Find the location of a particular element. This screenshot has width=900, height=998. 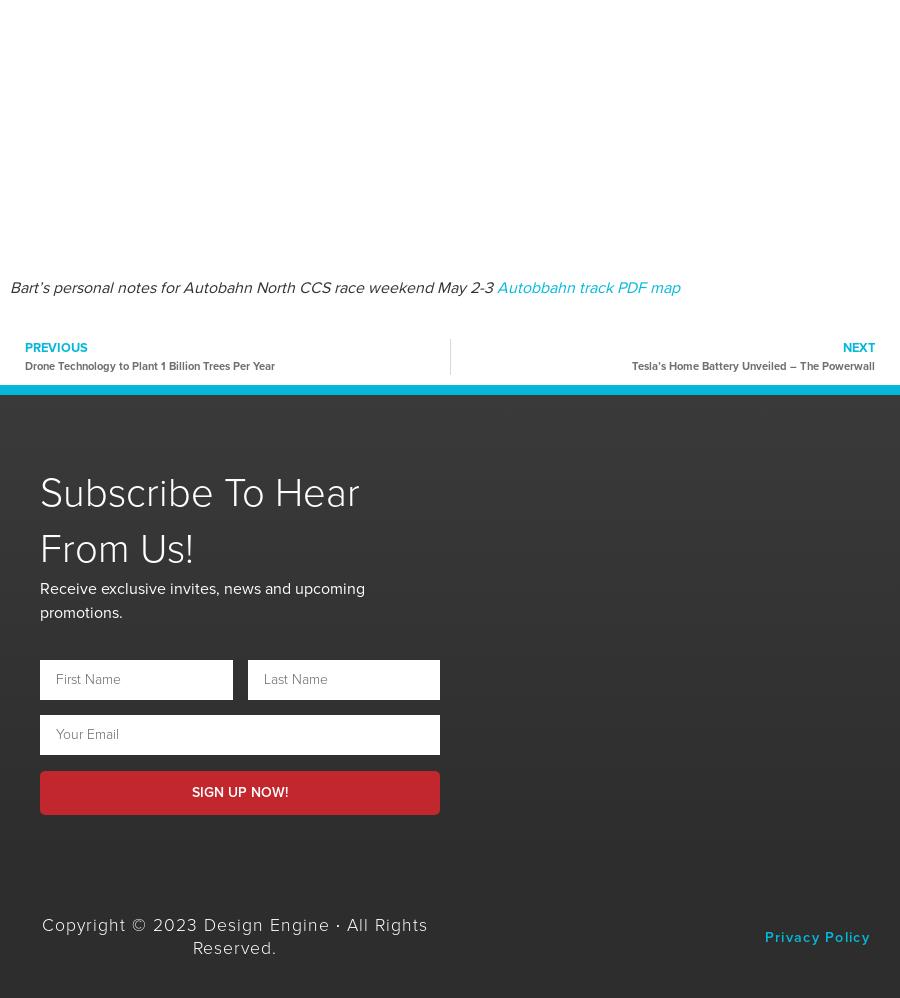

'Receive exclusive invites, news and upcoming promotions.' is located at coordinates (202, 600).